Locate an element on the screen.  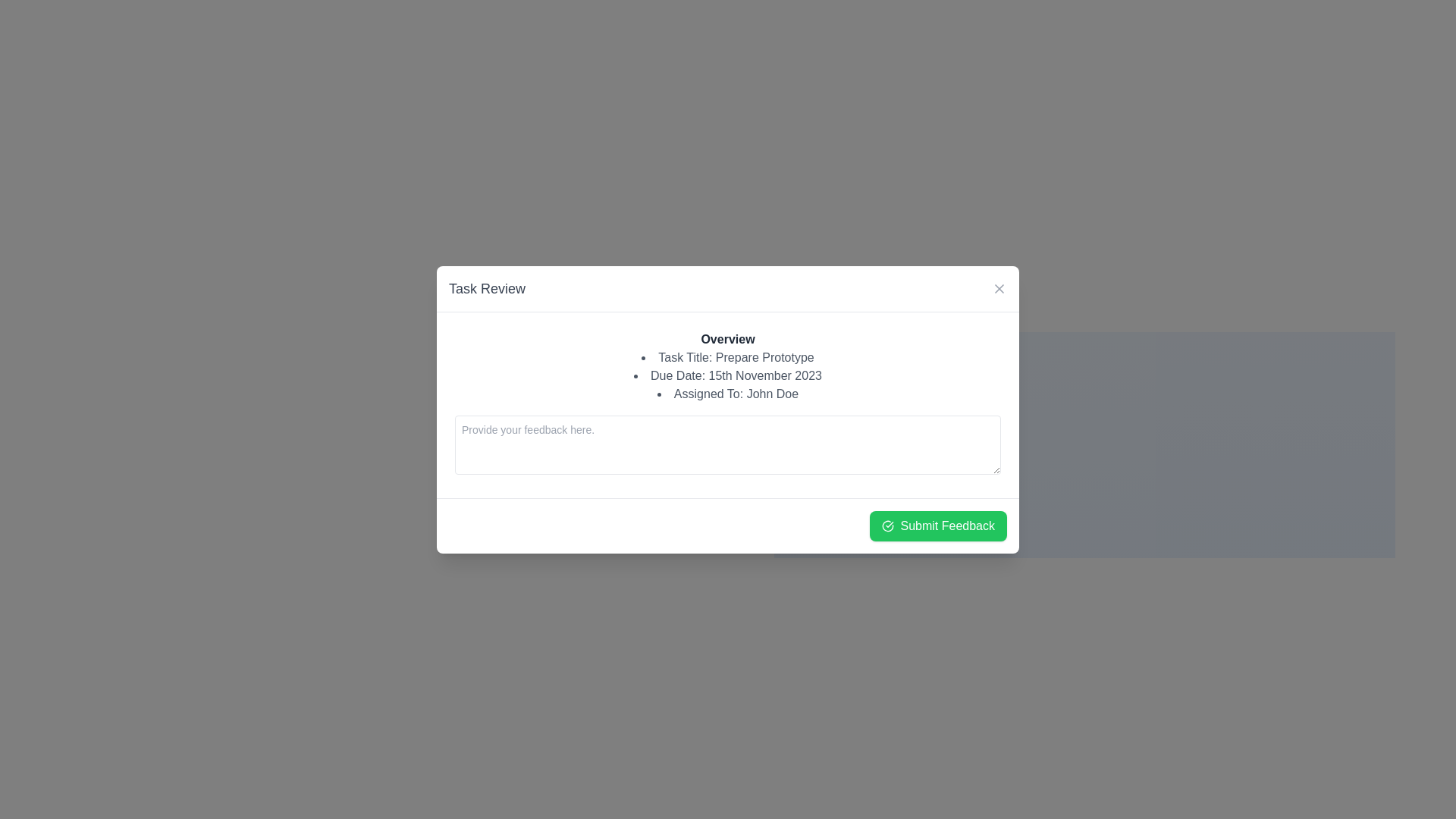
the close button (SVG Icon) located in the top-right corner of the 'Task Review' modal is located at coordinates (999, 288).